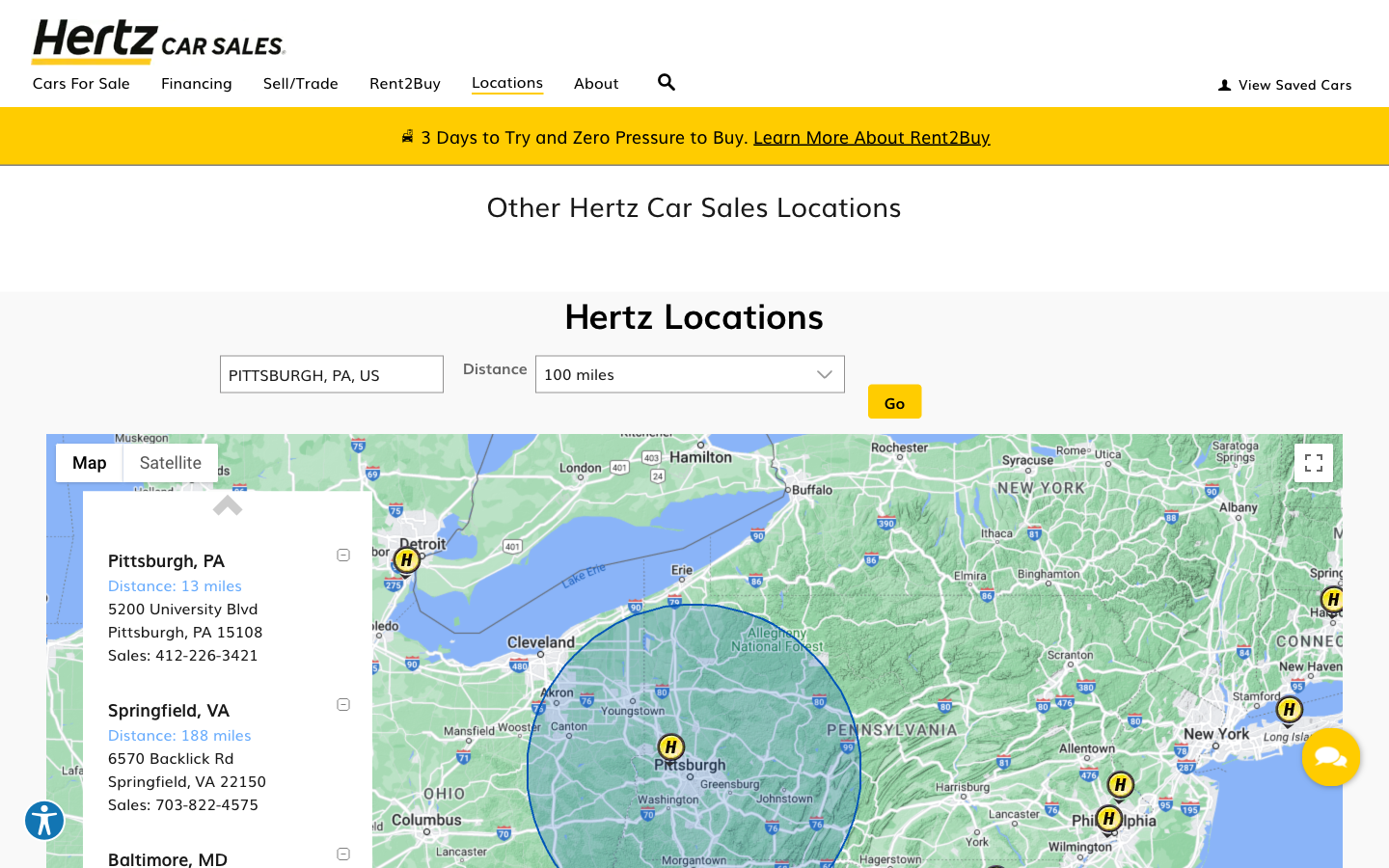 The image size is (1389, 868). Describe the element at coordinates (1282, 80) in the screenshot. I see `"View Saved Cars", enter the email "andrew@cmu.edu" and username "andrew"` at that location.